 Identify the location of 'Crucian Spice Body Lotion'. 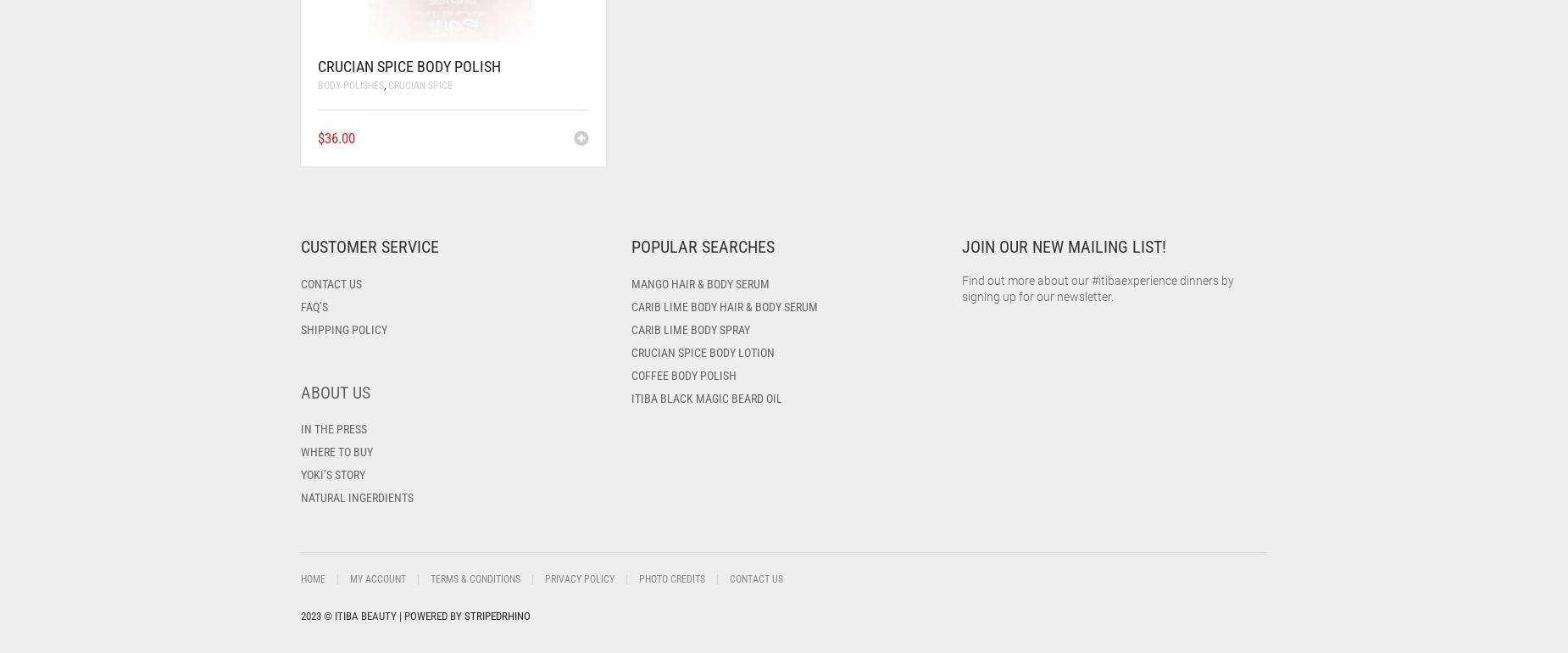
(703, 352).